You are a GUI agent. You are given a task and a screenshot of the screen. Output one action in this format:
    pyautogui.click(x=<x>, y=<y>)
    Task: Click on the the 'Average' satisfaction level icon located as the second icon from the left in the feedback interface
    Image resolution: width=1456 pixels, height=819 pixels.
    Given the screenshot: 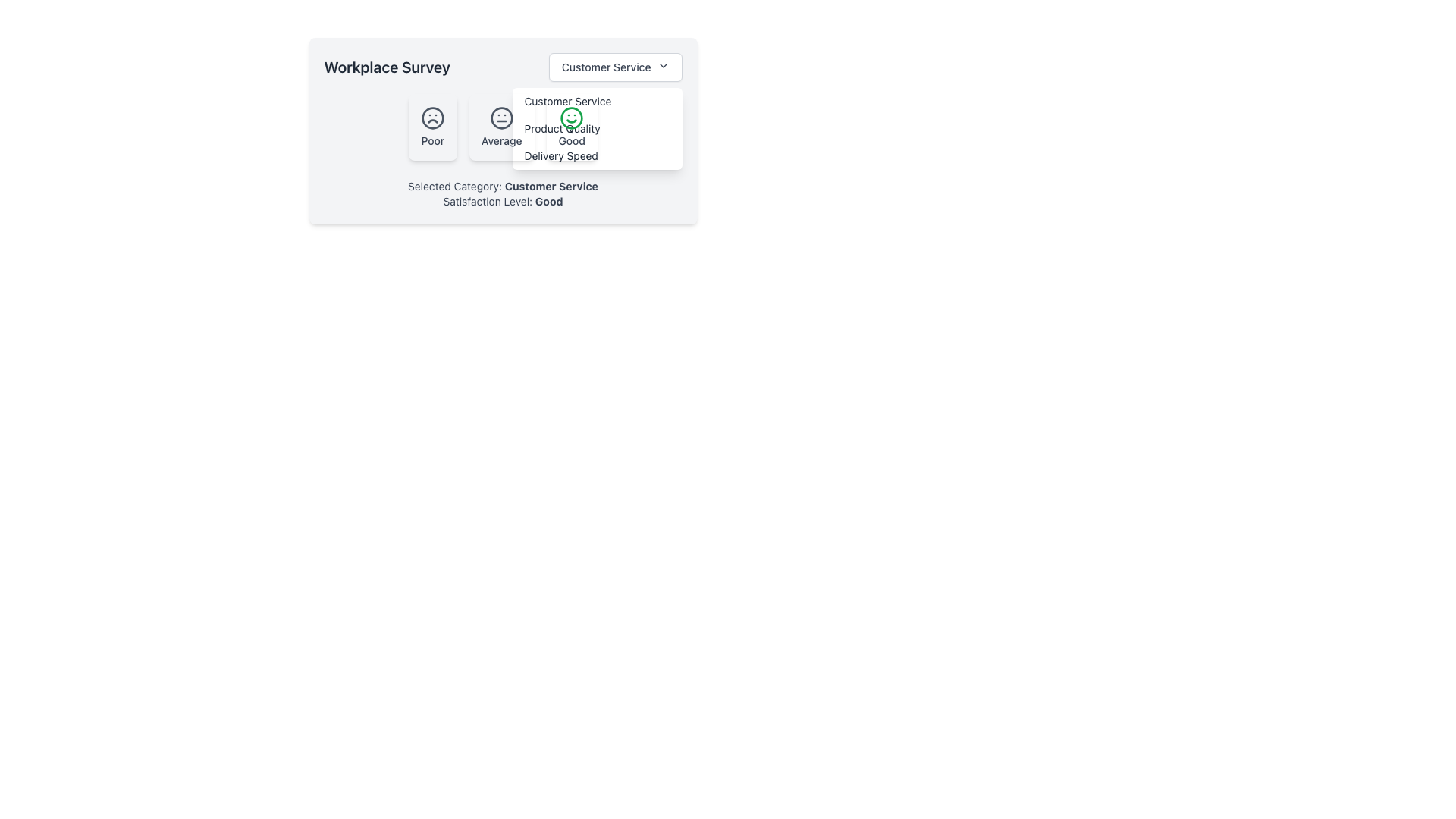 What is the action you would take?
    pyautogui.click(x=501, y=117)
    